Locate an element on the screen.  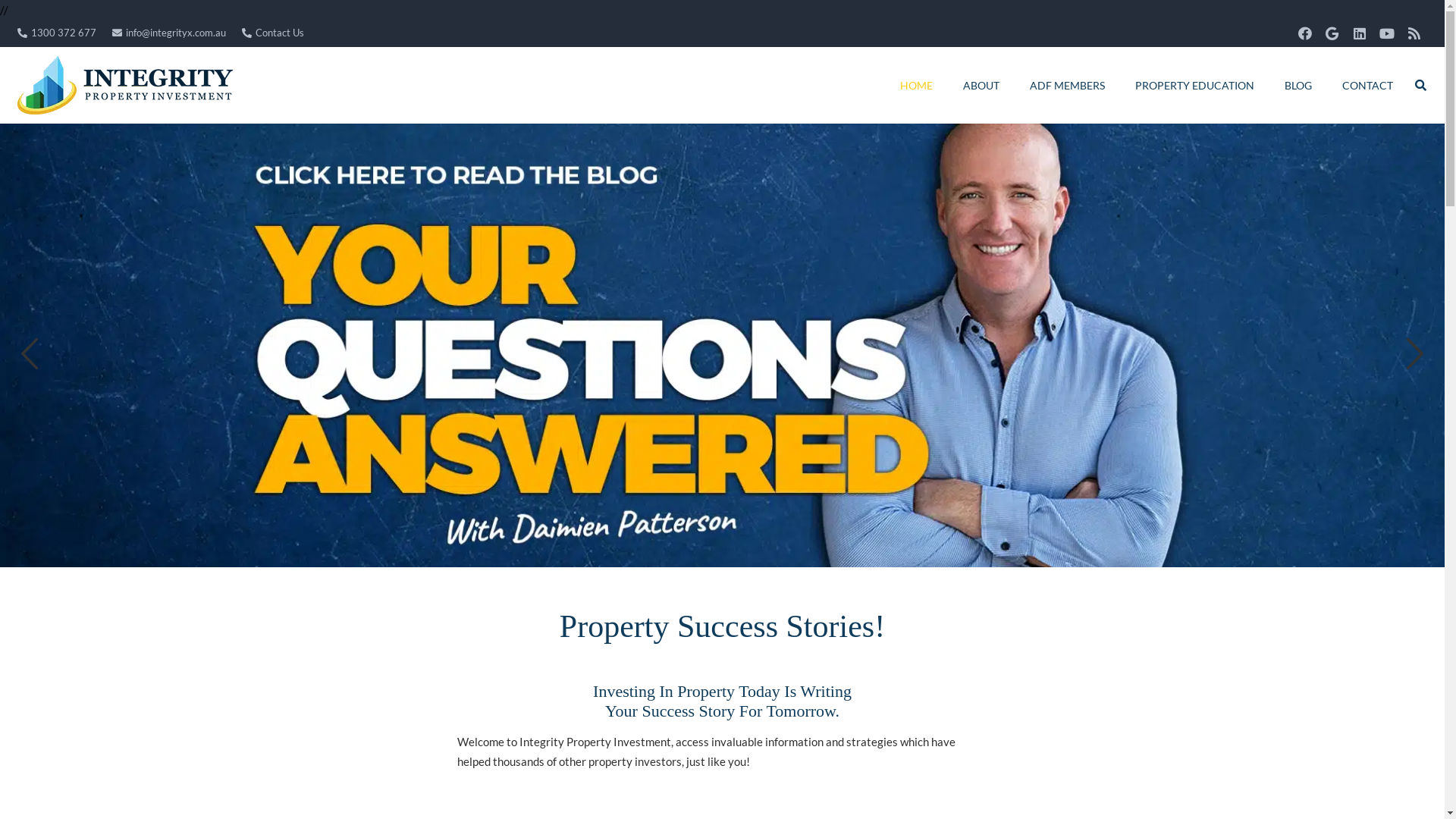
'Google' is located at coordinates (1331, 33).